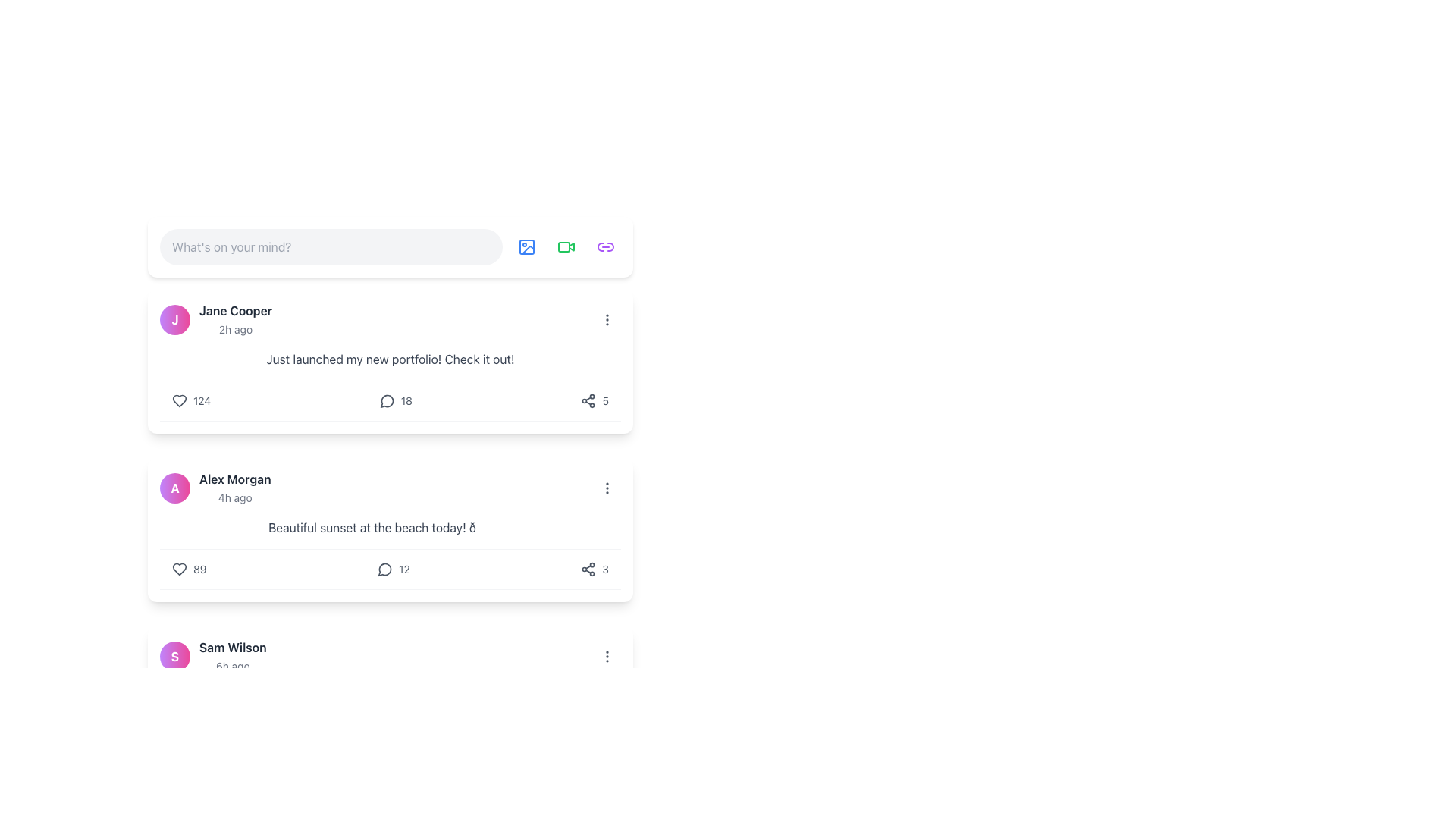 The height and width of the screenshot is (819, 1456). I want to click on the Profile Header Information for 'Alex Morgan', which includes the avatar and the text 'Alex Morgan' followed by '4h ago', so click(215, 488).